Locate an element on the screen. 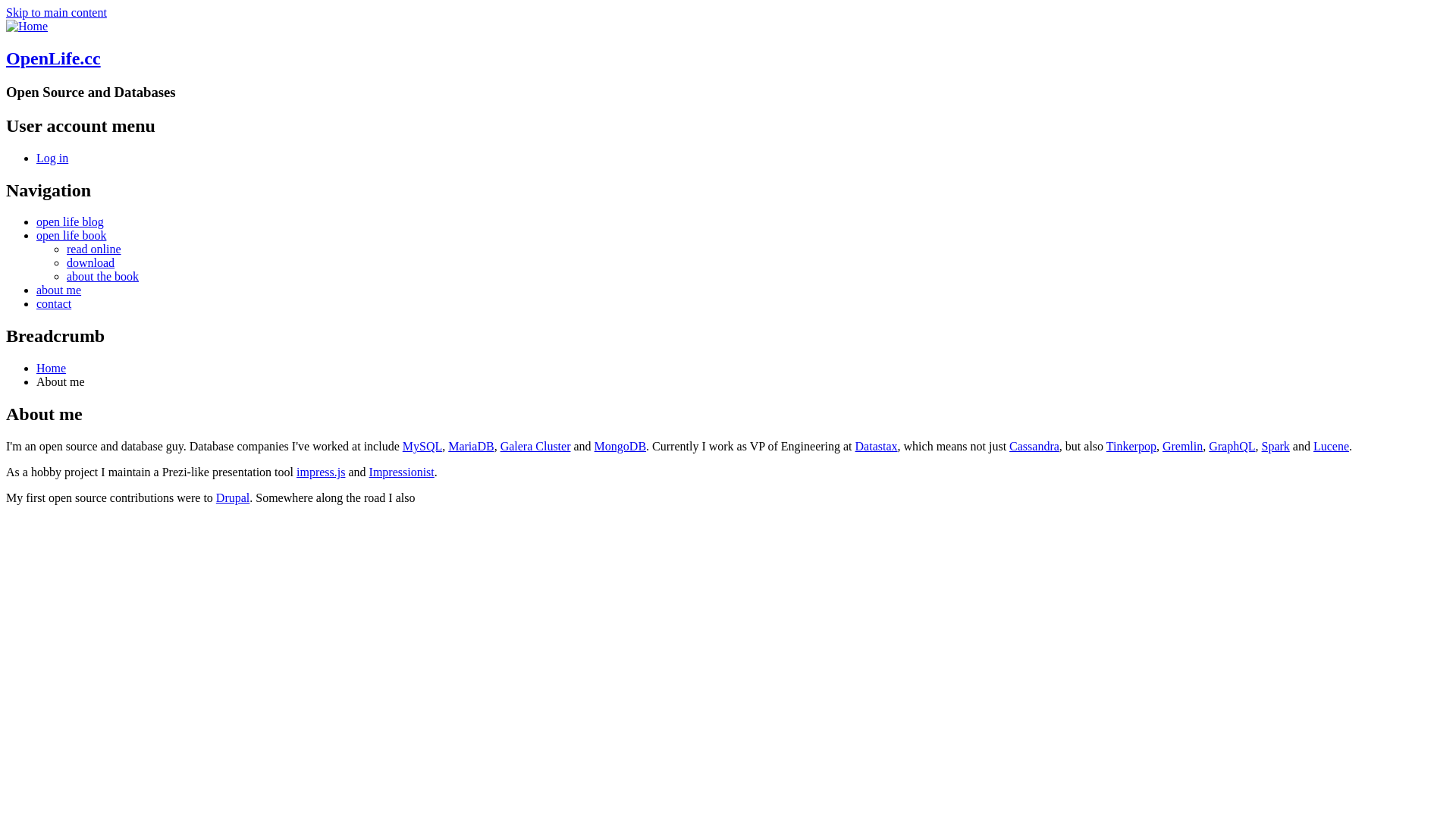 The height and width of the screenshot is (819, 1456). 'Skip to main content' is located at coordinates (6, 12).